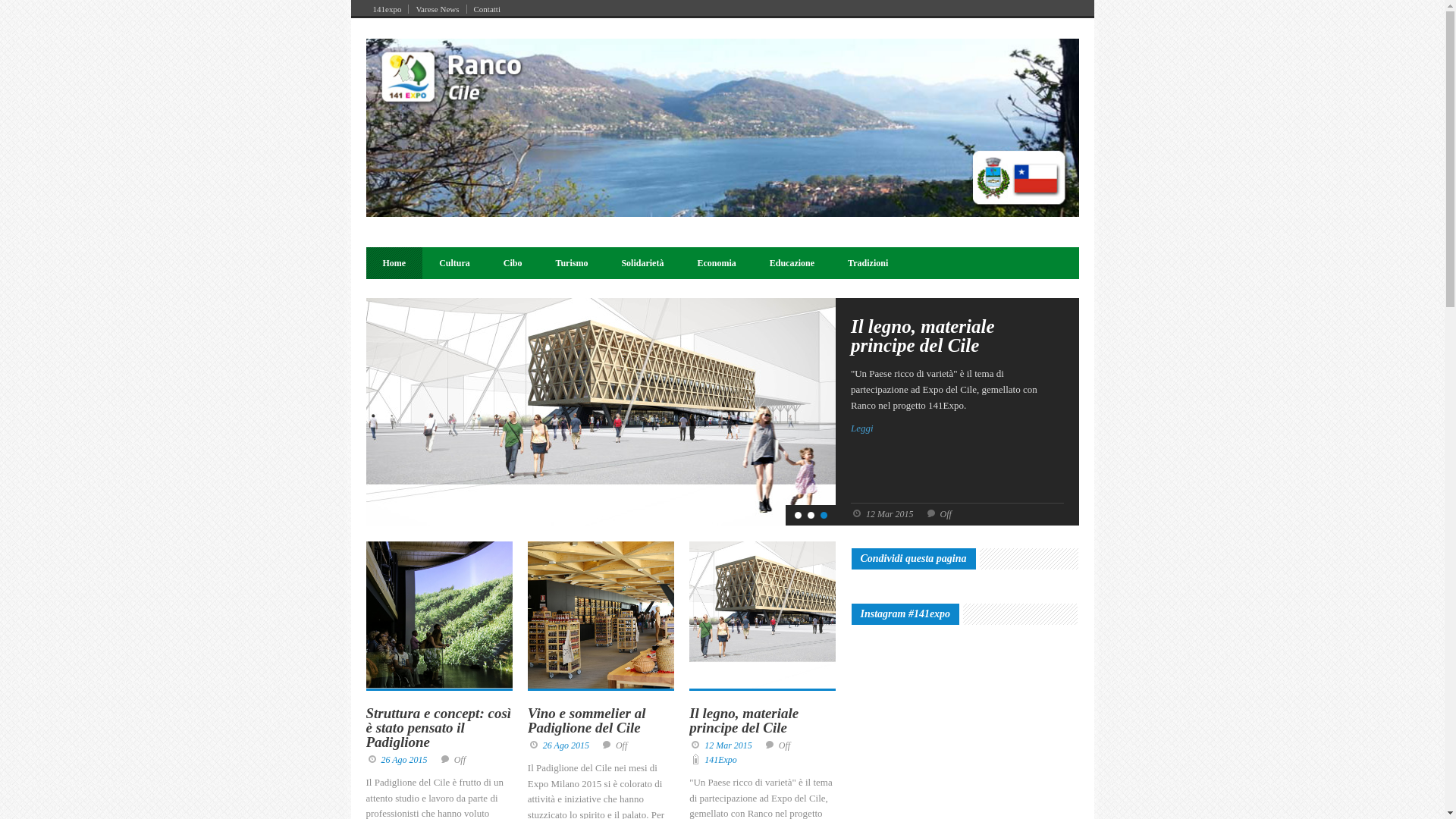  I want to click on 'Vino e sommelier al Padiglione del Cile', so click(585, 719).